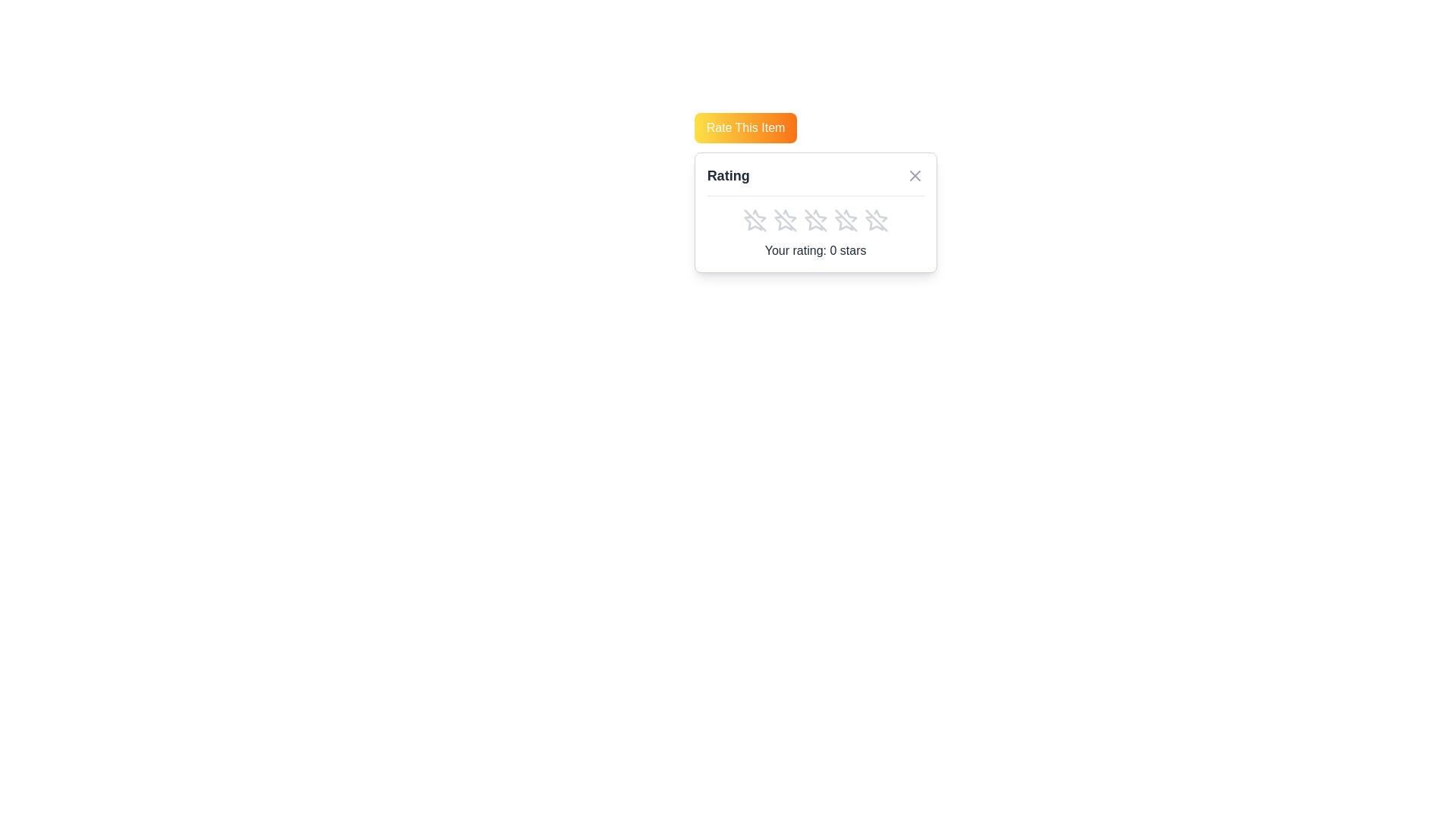 This screenshot has width=1456, height=819. I want to click on the fifth star icon in the rating interface to set a five-star rating, so click(843, 223).